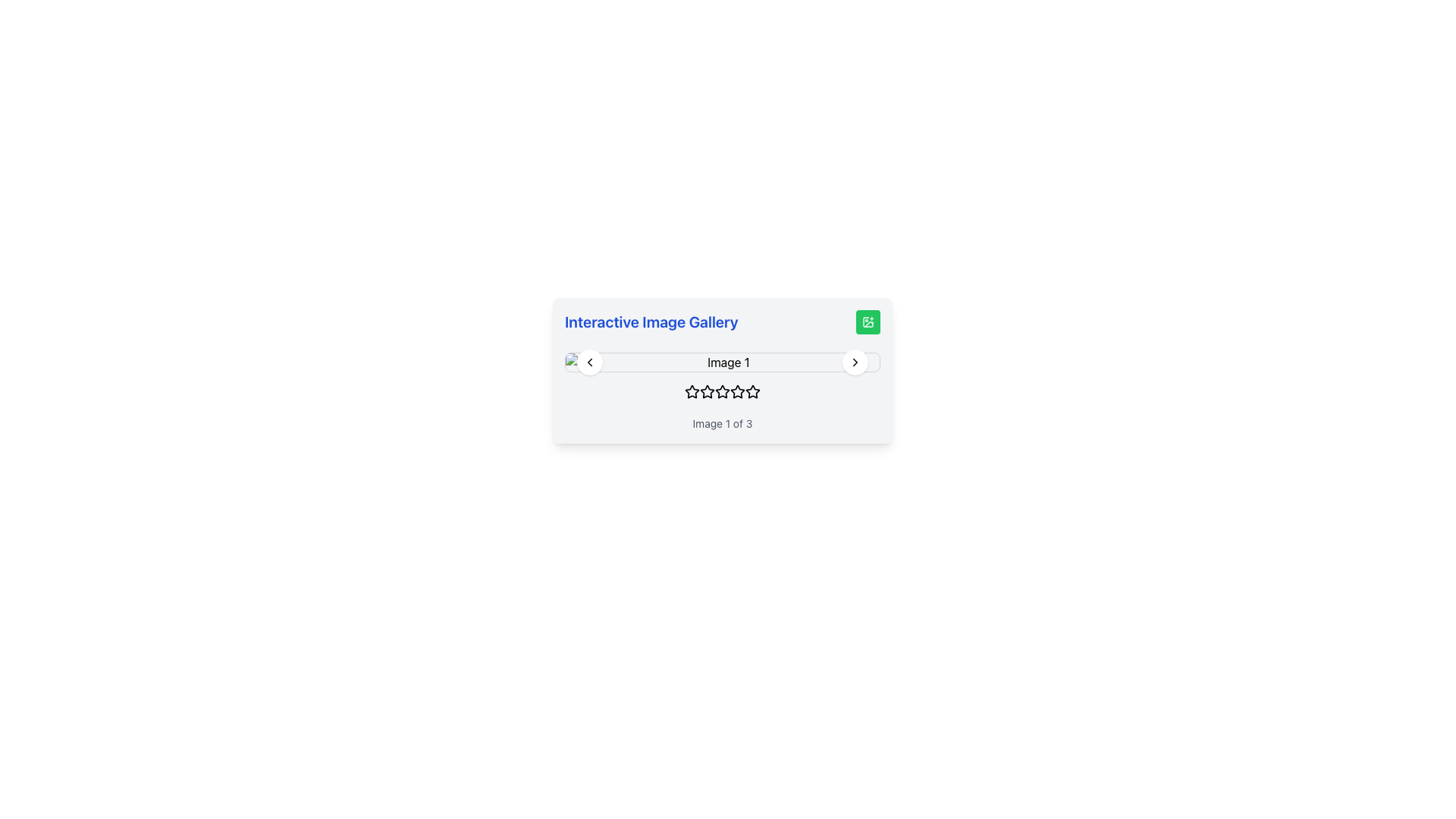 The height and width of the screenshot is (819, 1456). I want to click on the first star in the star-based Rating component located below 'Image 1' and above 'Image 1 of 3' in the Interactive Image Gallery for keyboard interaction, so click(722, 394).